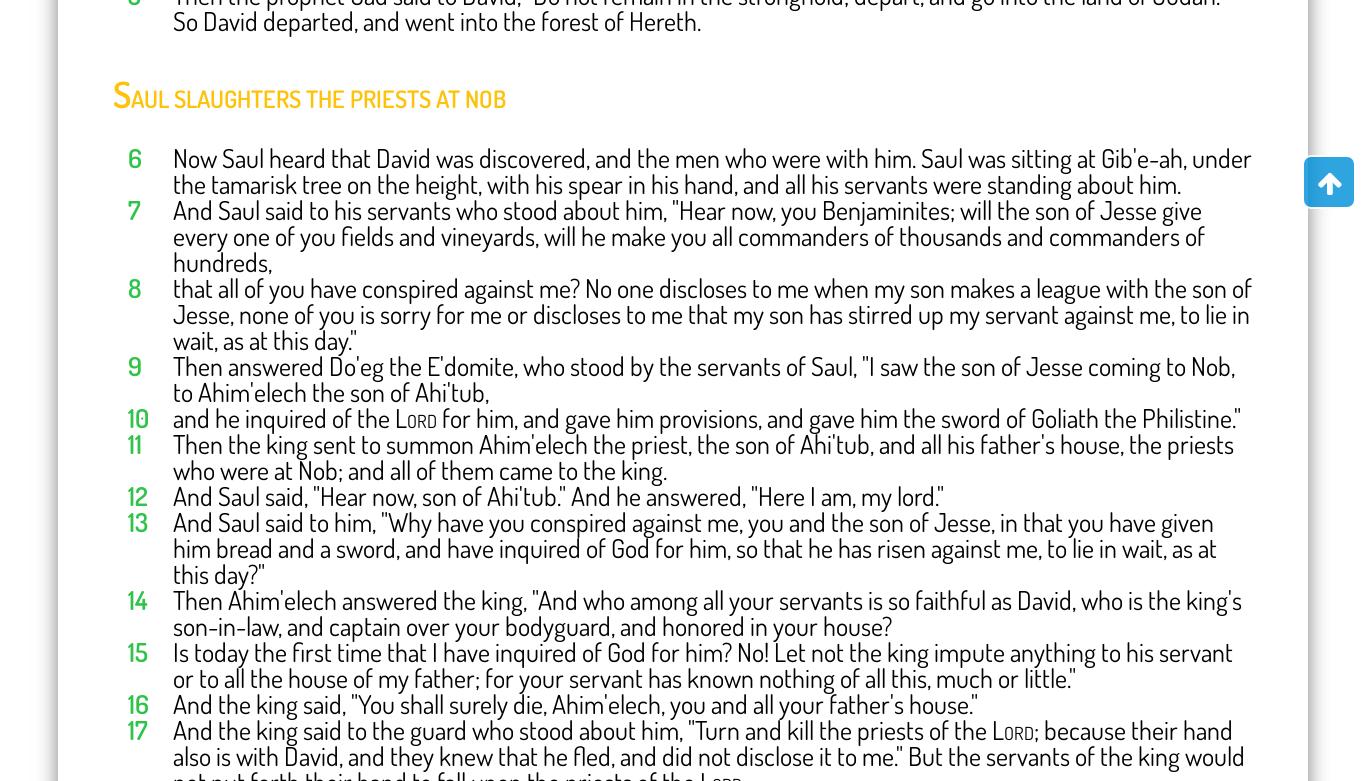  I want to click on 'and he inquired of the', so click(283, 415).